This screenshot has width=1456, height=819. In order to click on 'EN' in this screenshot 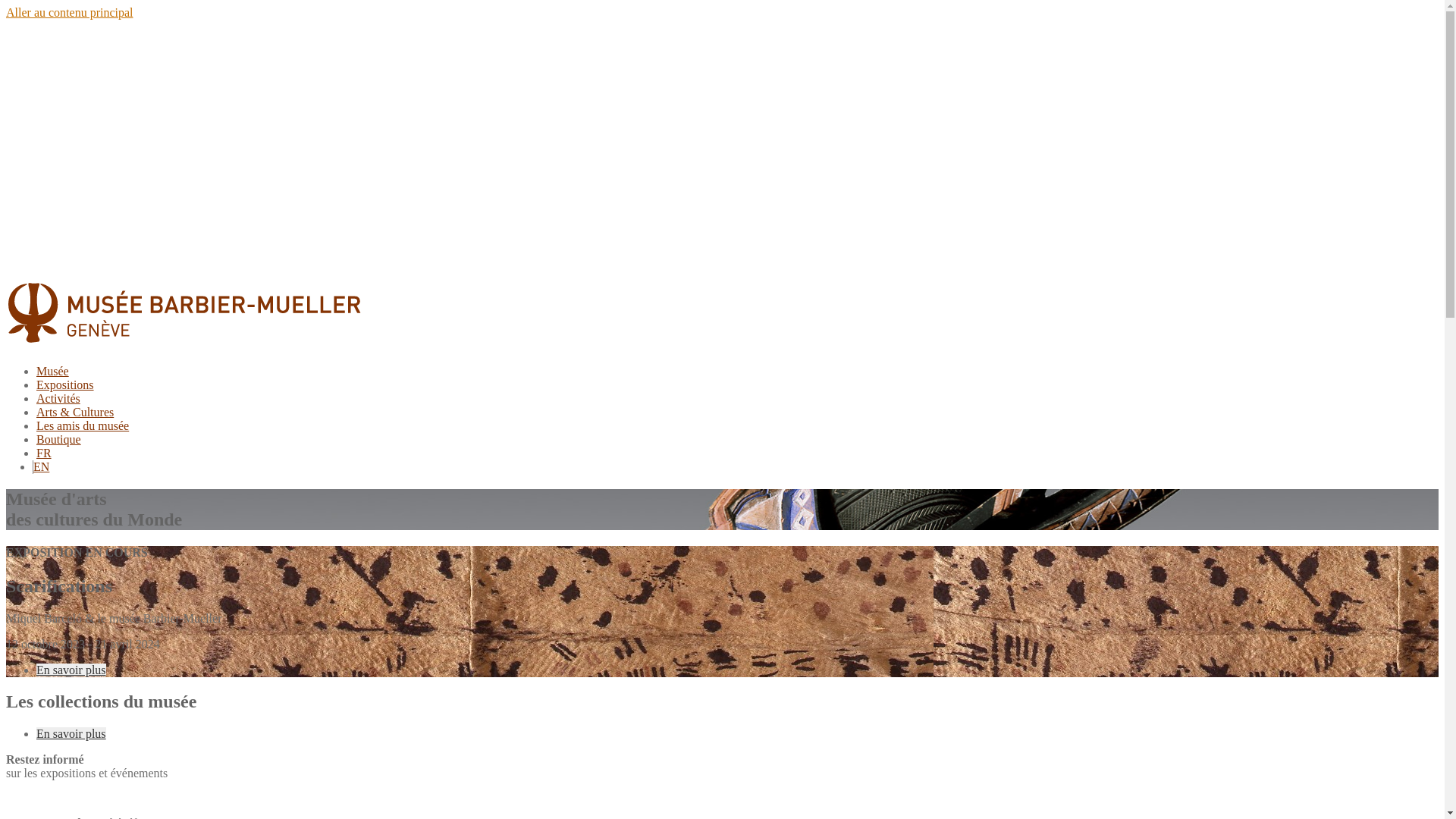, I will do `click(41, 466)`.